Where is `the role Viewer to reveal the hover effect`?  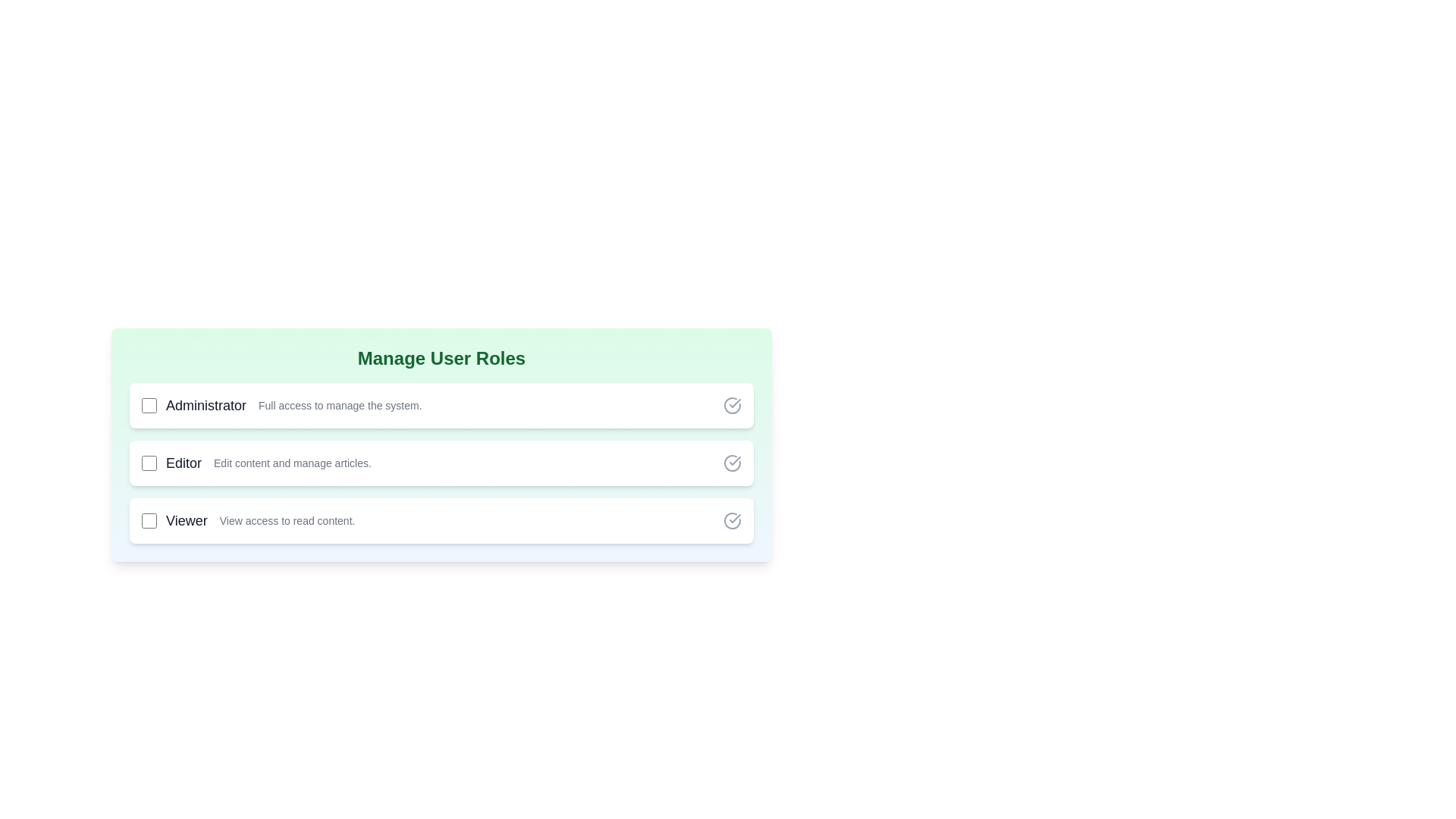 the role Viewer to reveal the hover effect is located at coordinates (441, 519).